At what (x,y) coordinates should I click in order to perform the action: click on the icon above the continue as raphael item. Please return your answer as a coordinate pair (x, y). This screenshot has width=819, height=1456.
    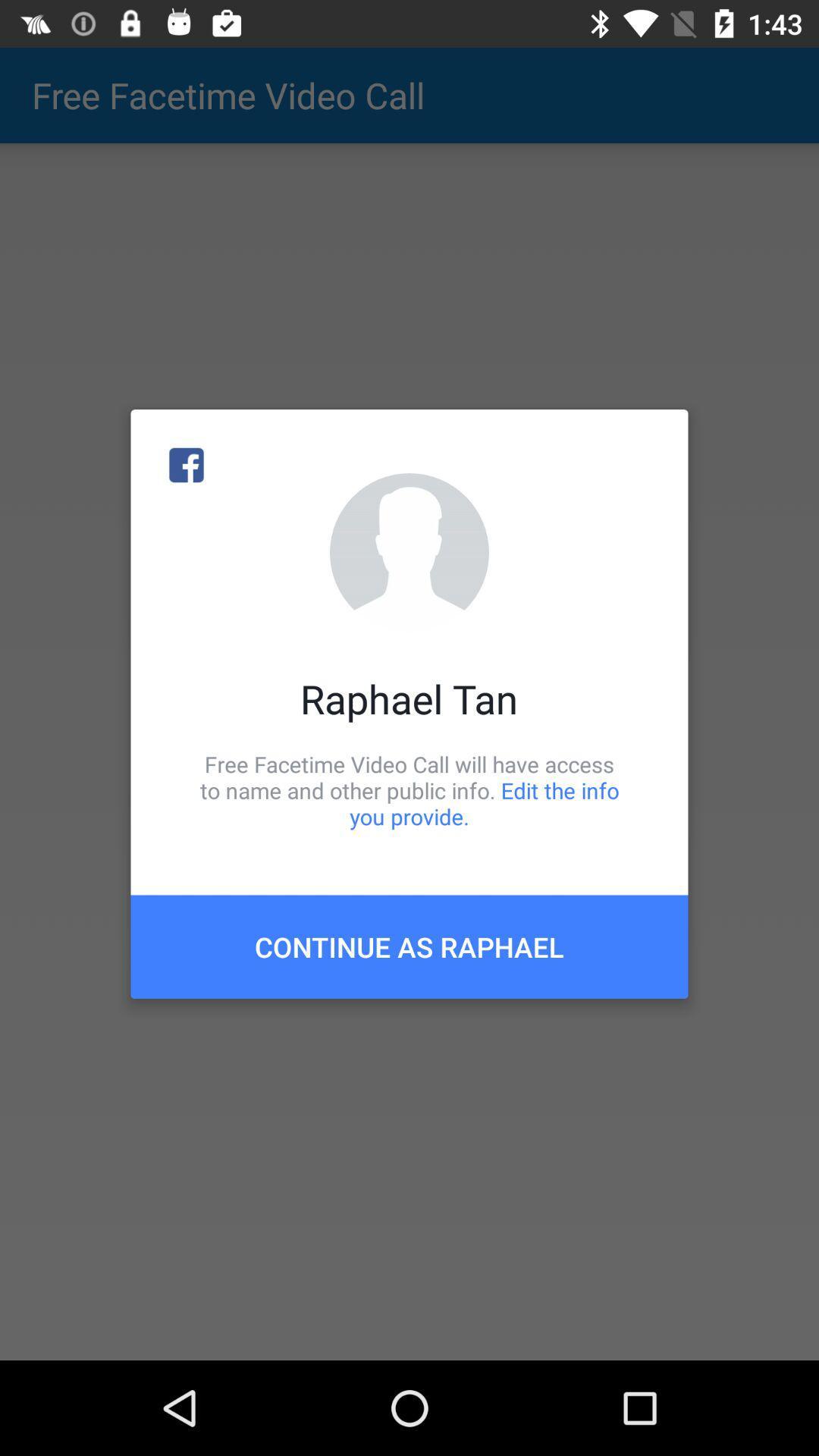
    Looking at the image, I should click on (409, 789).